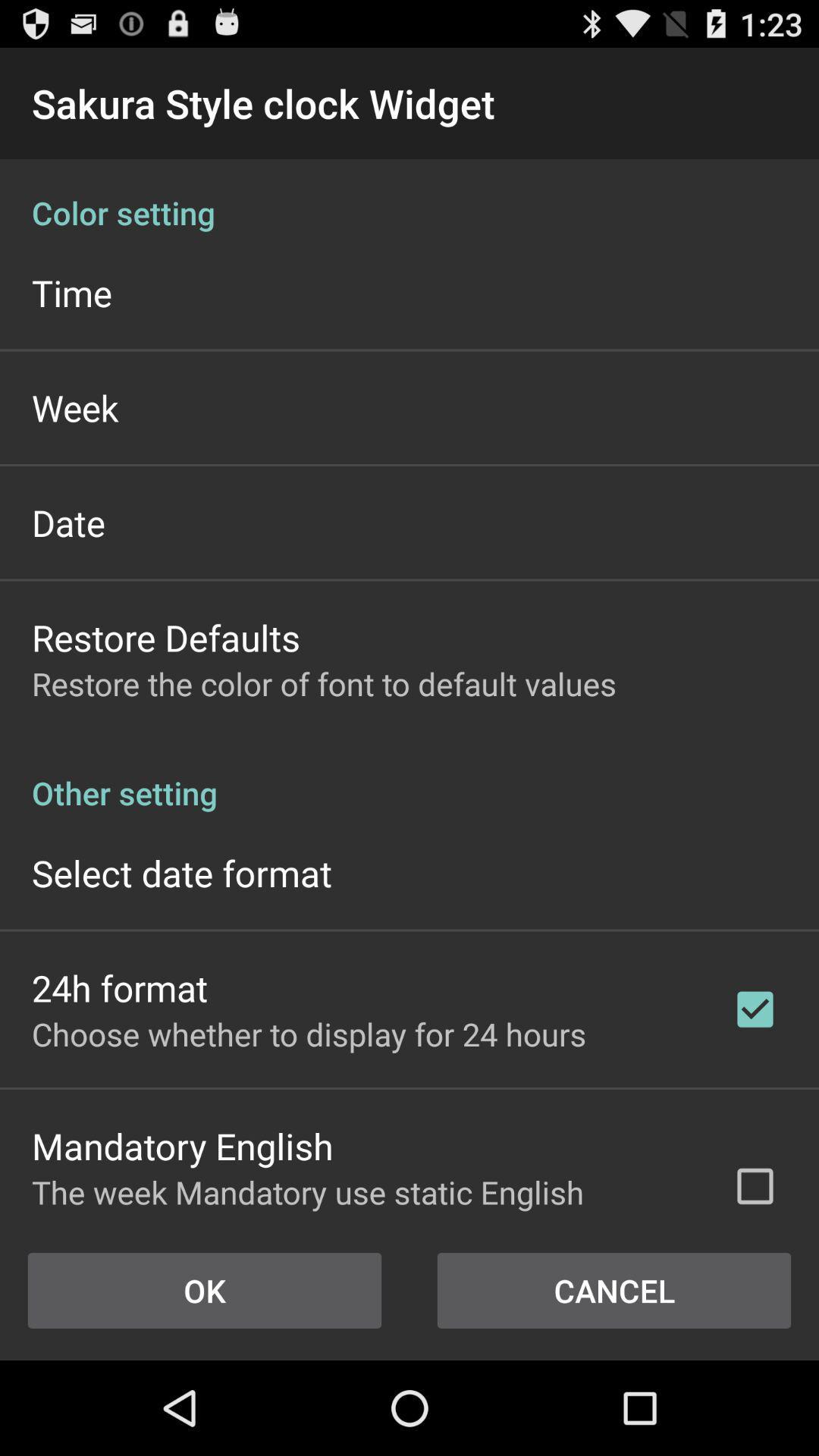 Image resolution: width=819 pixels, height=1456 pixels. I want to click on the other setting app, so click(409, 777).